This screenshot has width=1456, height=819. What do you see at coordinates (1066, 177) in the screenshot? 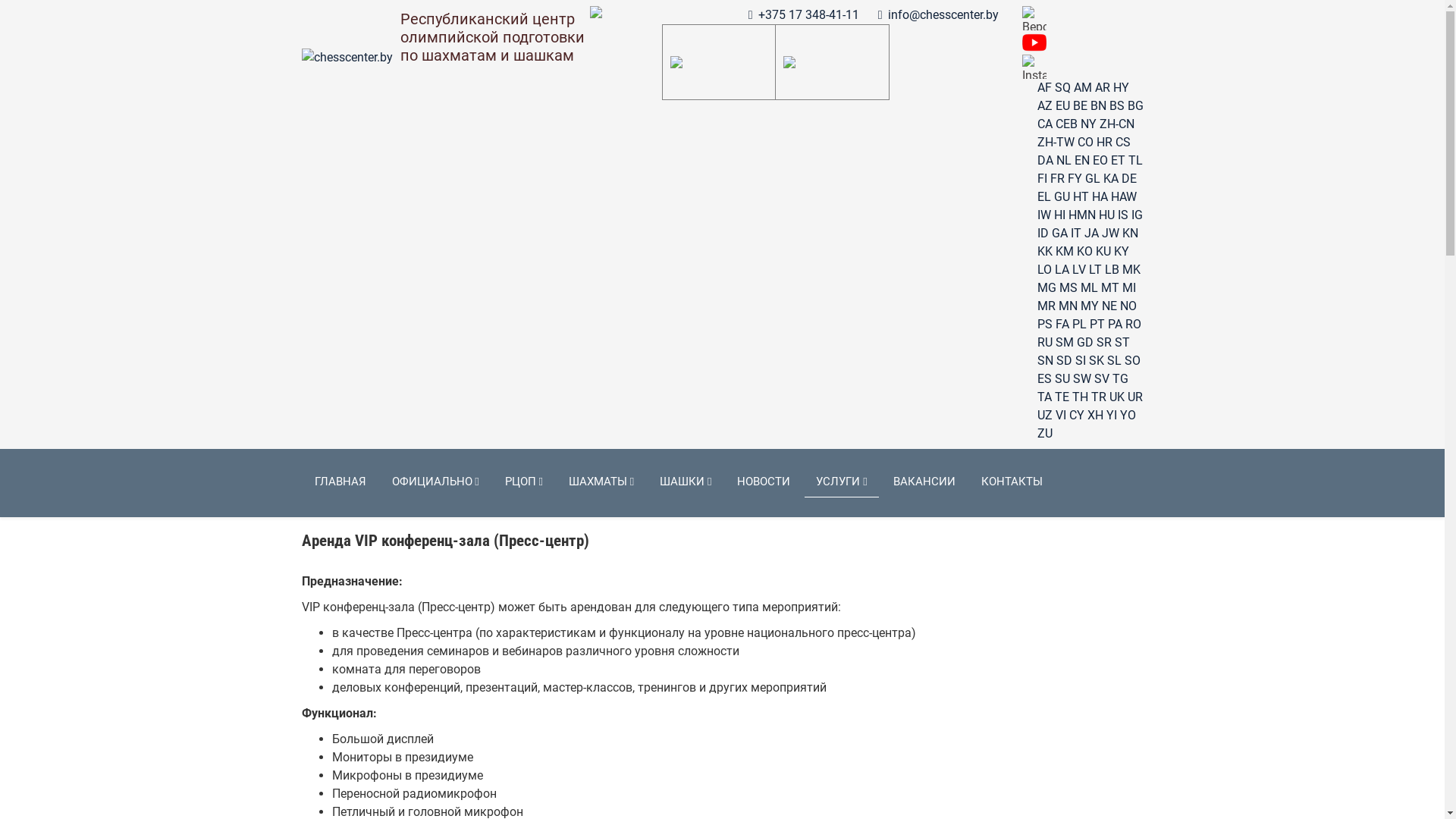
I see `'FY'` at bounding box center [1066, 177].